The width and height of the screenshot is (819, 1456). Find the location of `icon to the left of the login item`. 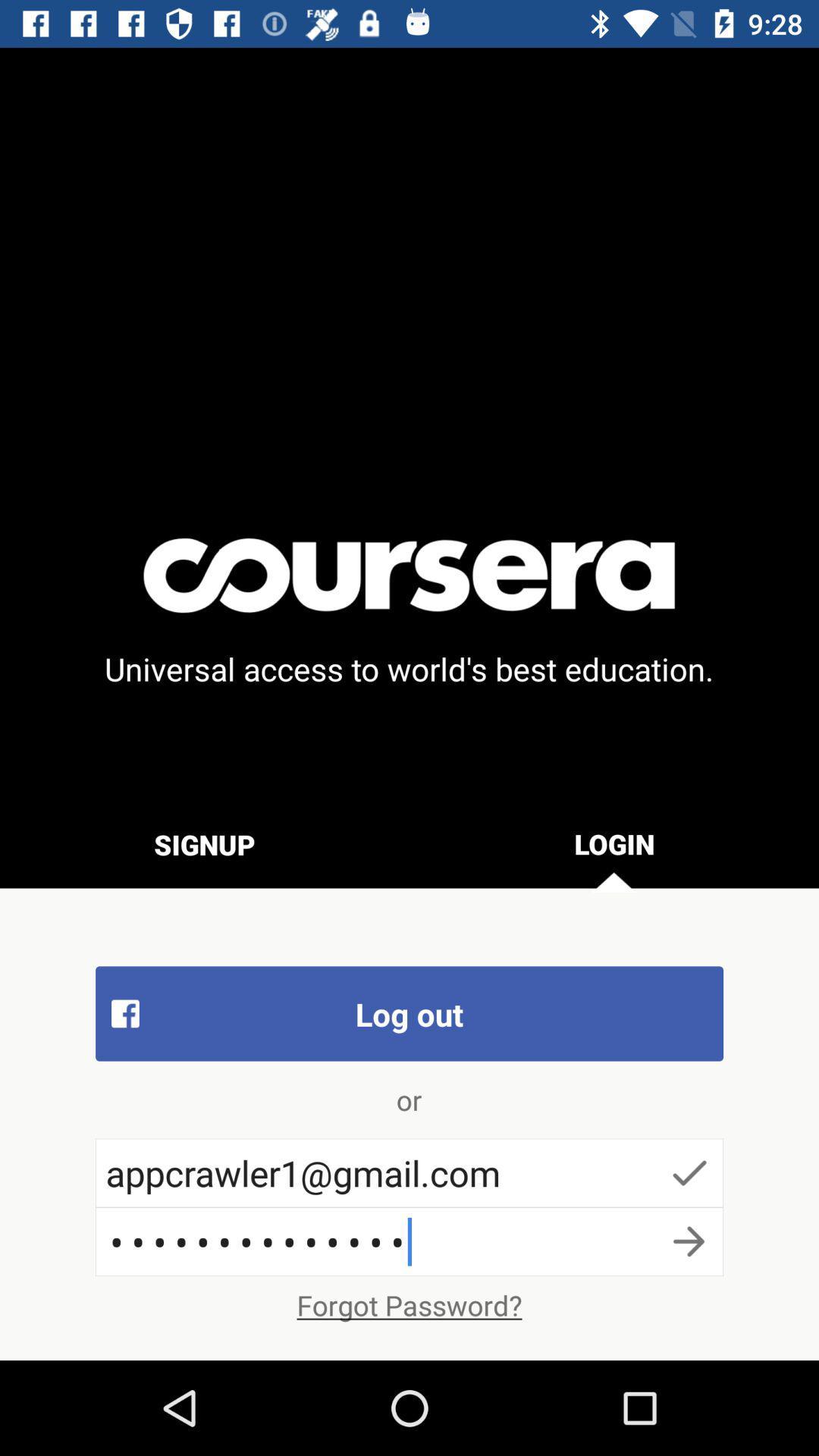

icon to the left of the login item is located at coordinates (205, 843).